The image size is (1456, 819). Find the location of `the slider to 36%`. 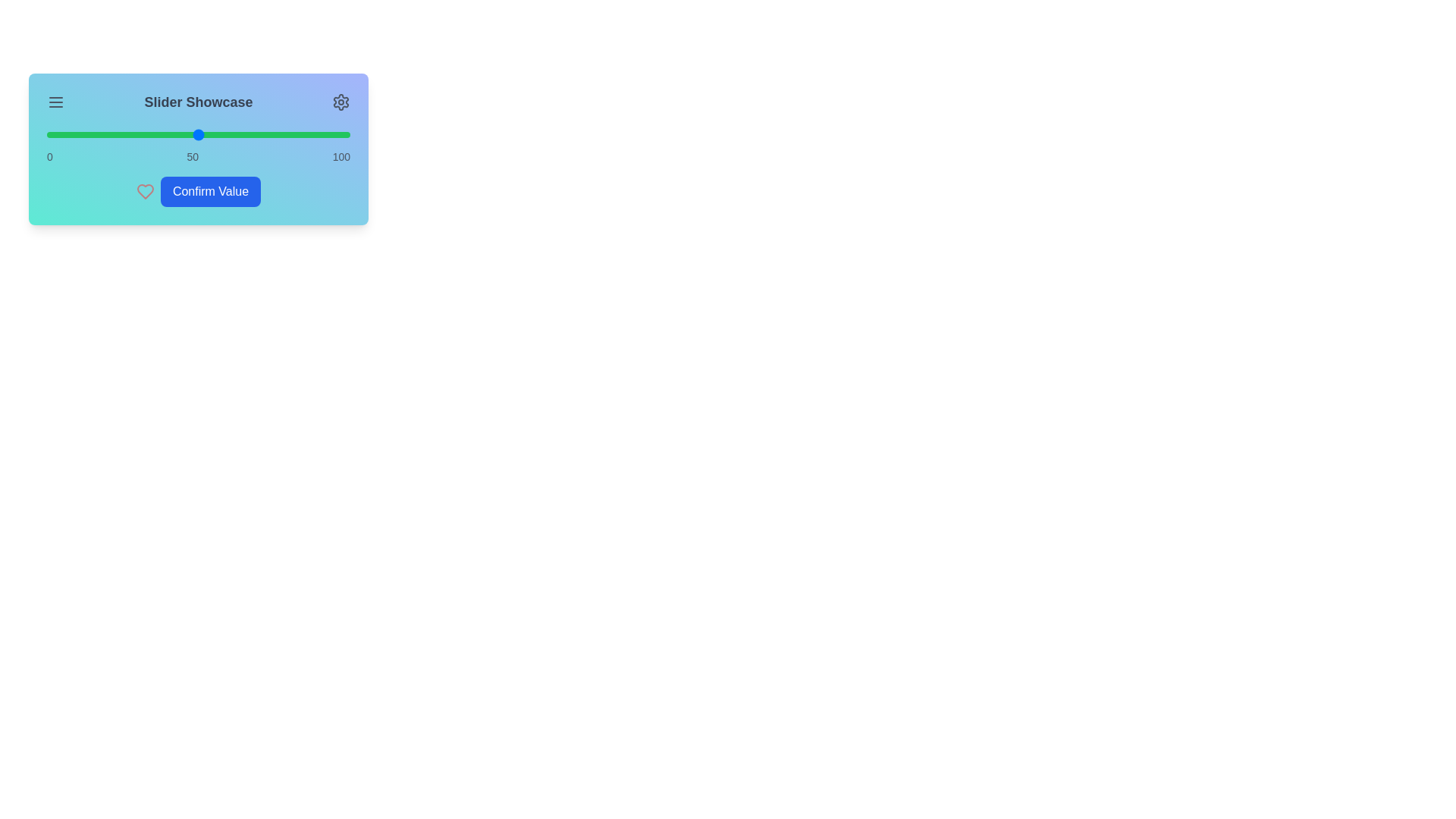

the slider to 36% is located at coordinates (156, 133).